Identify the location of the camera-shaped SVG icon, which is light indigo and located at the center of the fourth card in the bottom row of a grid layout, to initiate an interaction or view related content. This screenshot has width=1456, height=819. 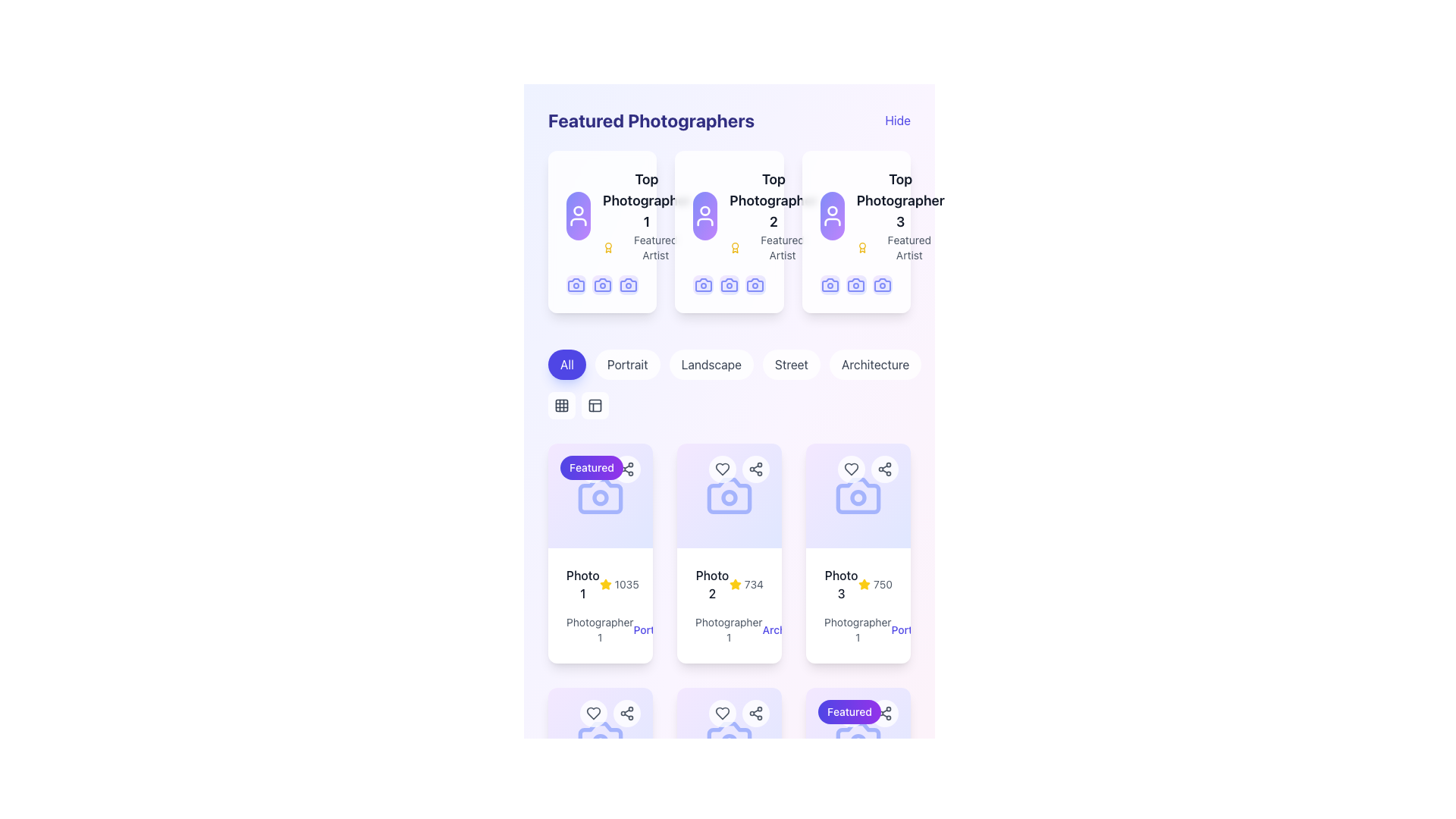
(600, 739).